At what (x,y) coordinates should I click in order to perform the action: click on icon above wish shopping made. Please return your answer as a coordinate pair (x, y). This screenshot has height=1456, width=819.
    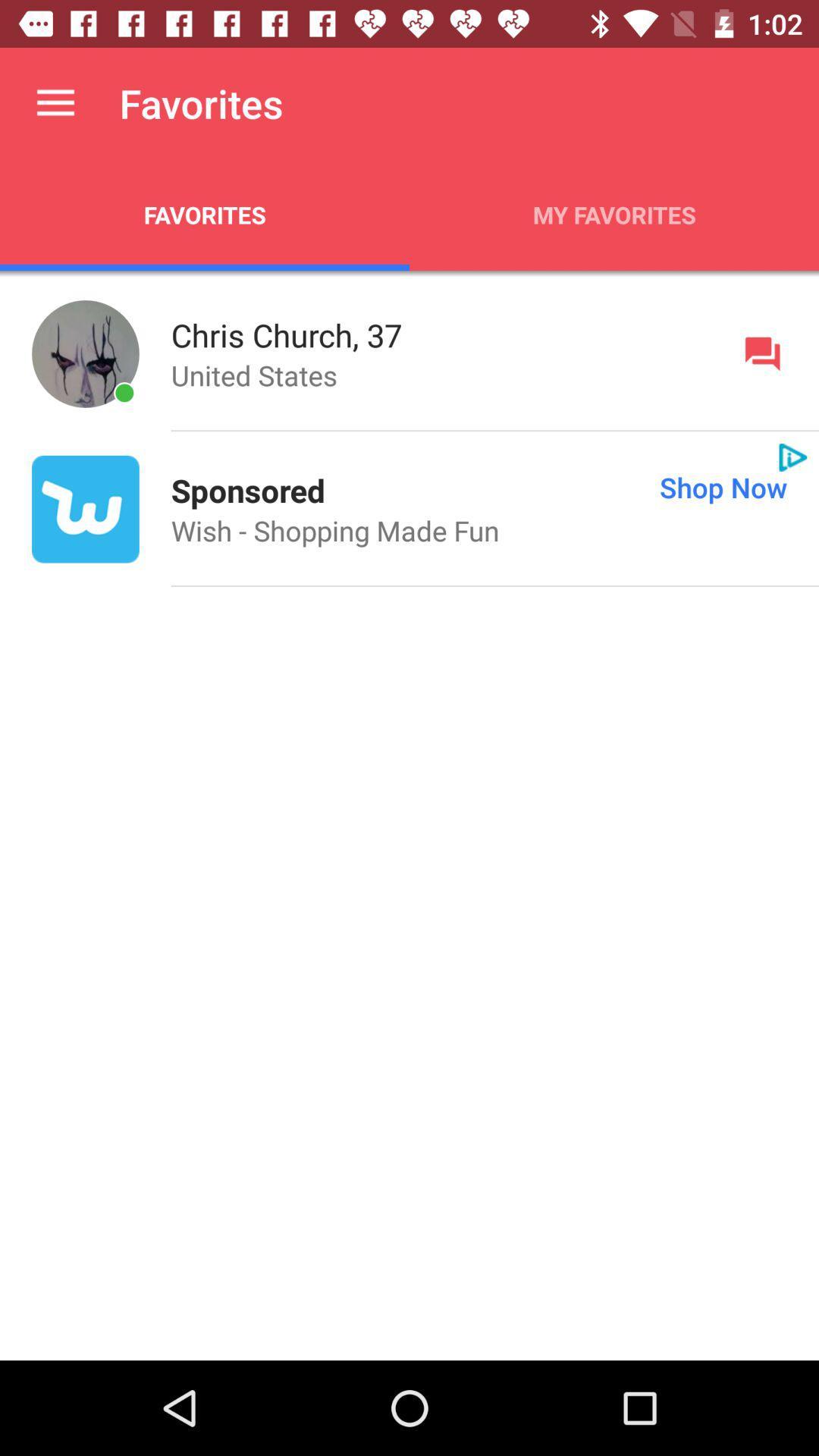
    Looking at the image, I should click on (572, 487).